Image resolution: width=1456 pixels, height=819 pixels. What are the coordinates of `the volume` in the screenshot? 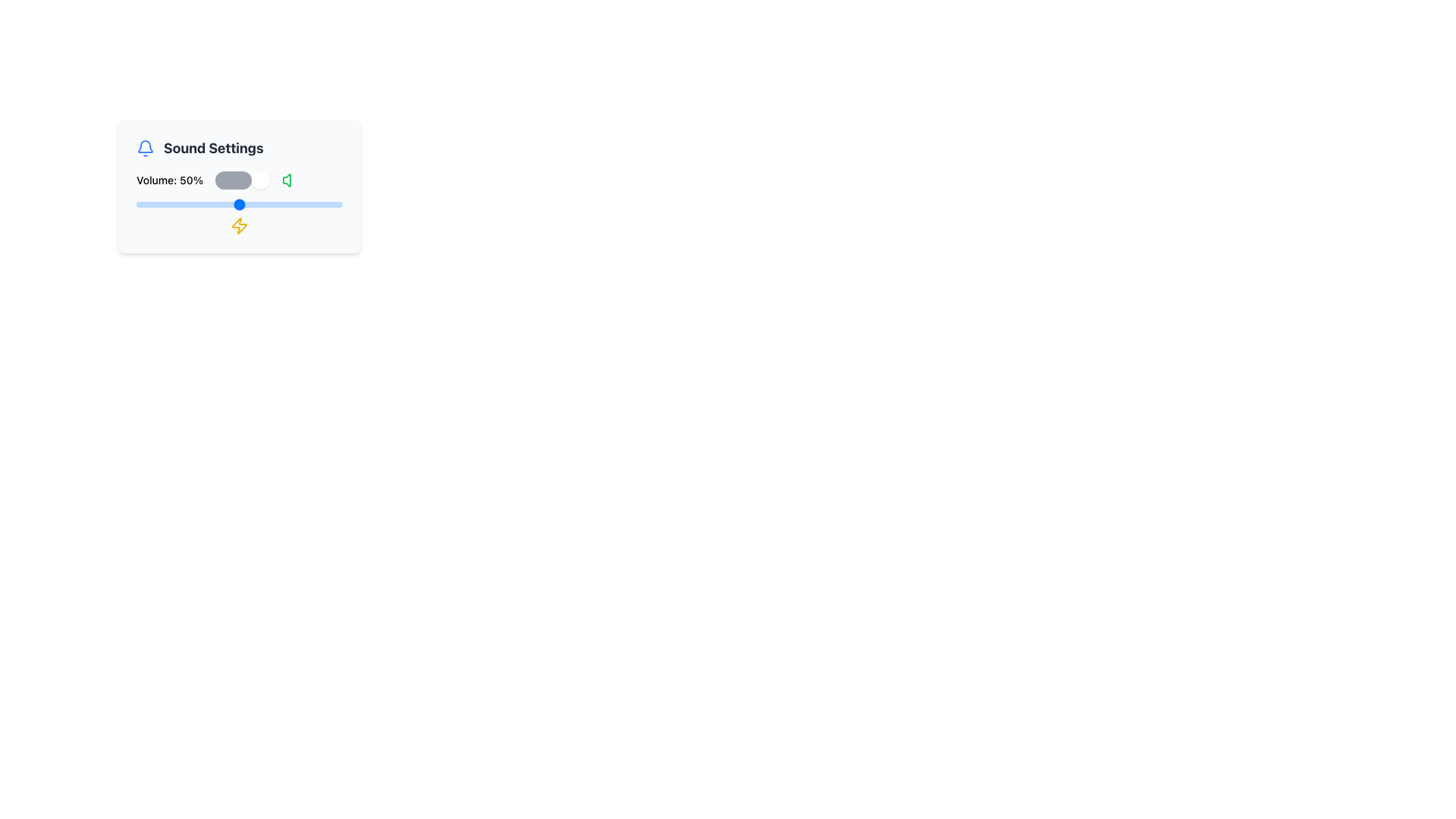 It's located at (315, 205).